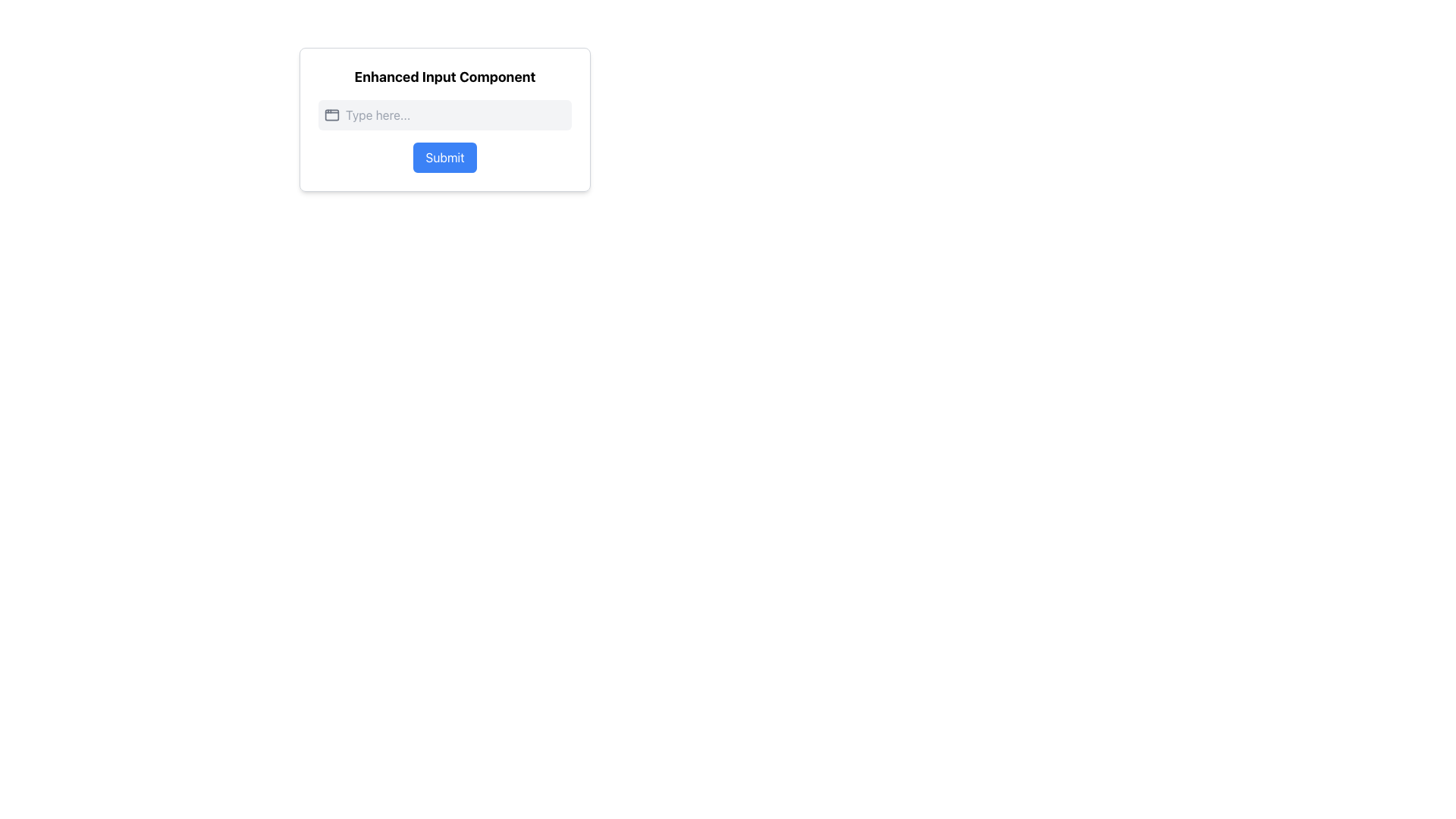 This screenshot has height=819, width=1456. Describe the element at coordinates (331, 114) in the screenshot. I see `the compact gray window icon located to the left of the text input field` at that location.